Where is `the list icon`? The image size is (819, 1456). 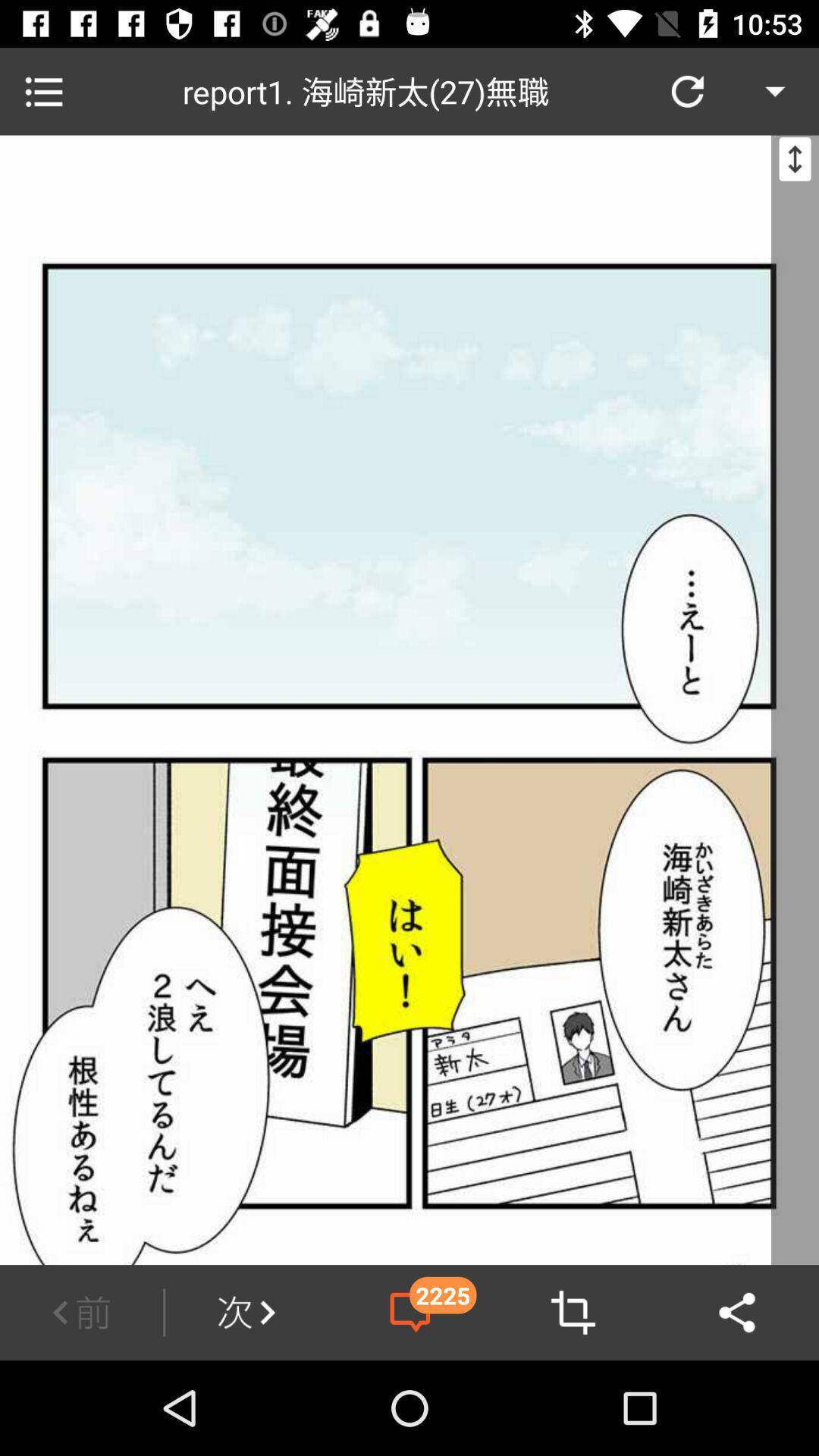
the list icon is located at coordinates (42, 90).